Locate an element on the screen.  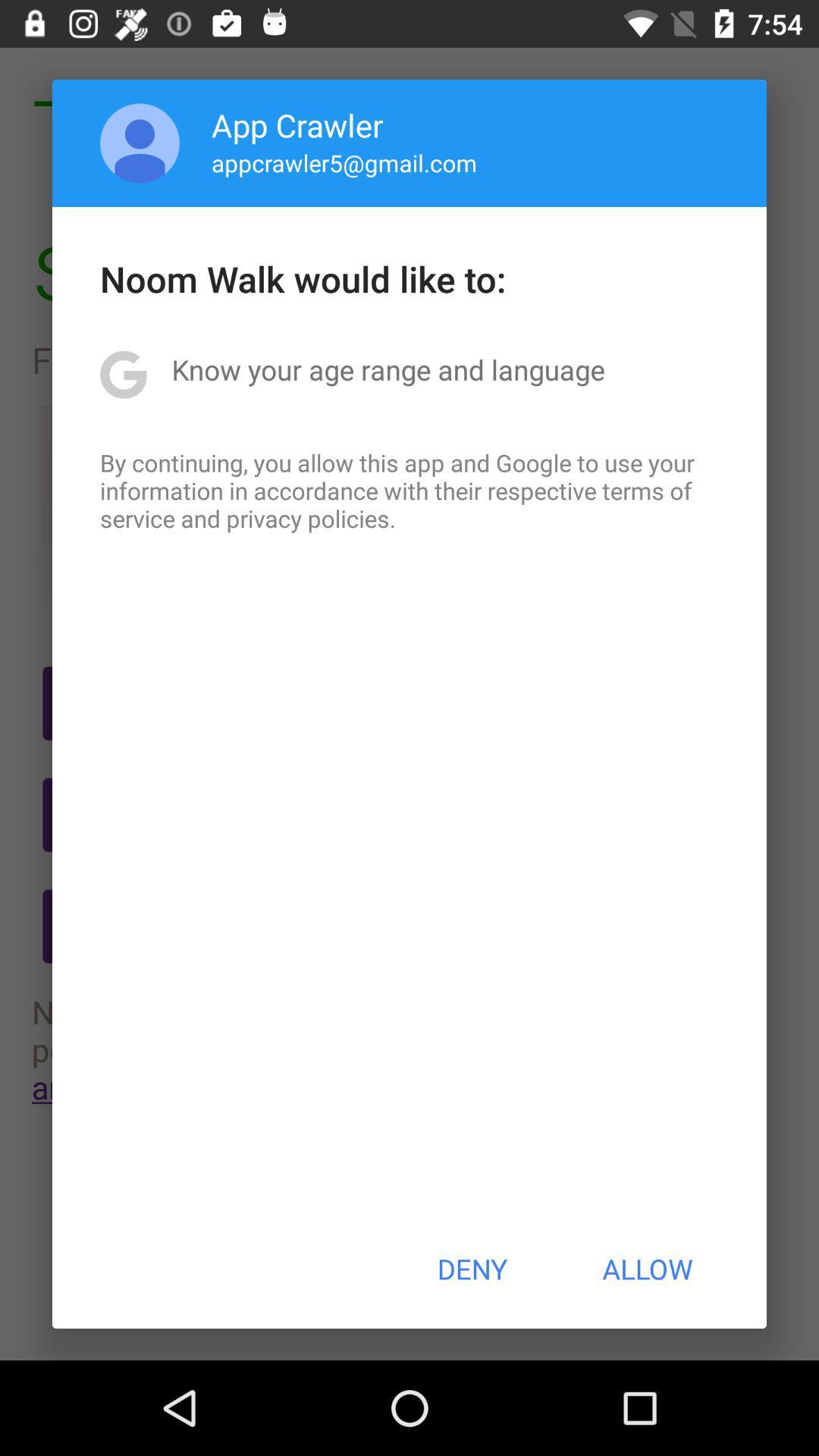
the button next to allow button is located at coordinates (471, 1269).